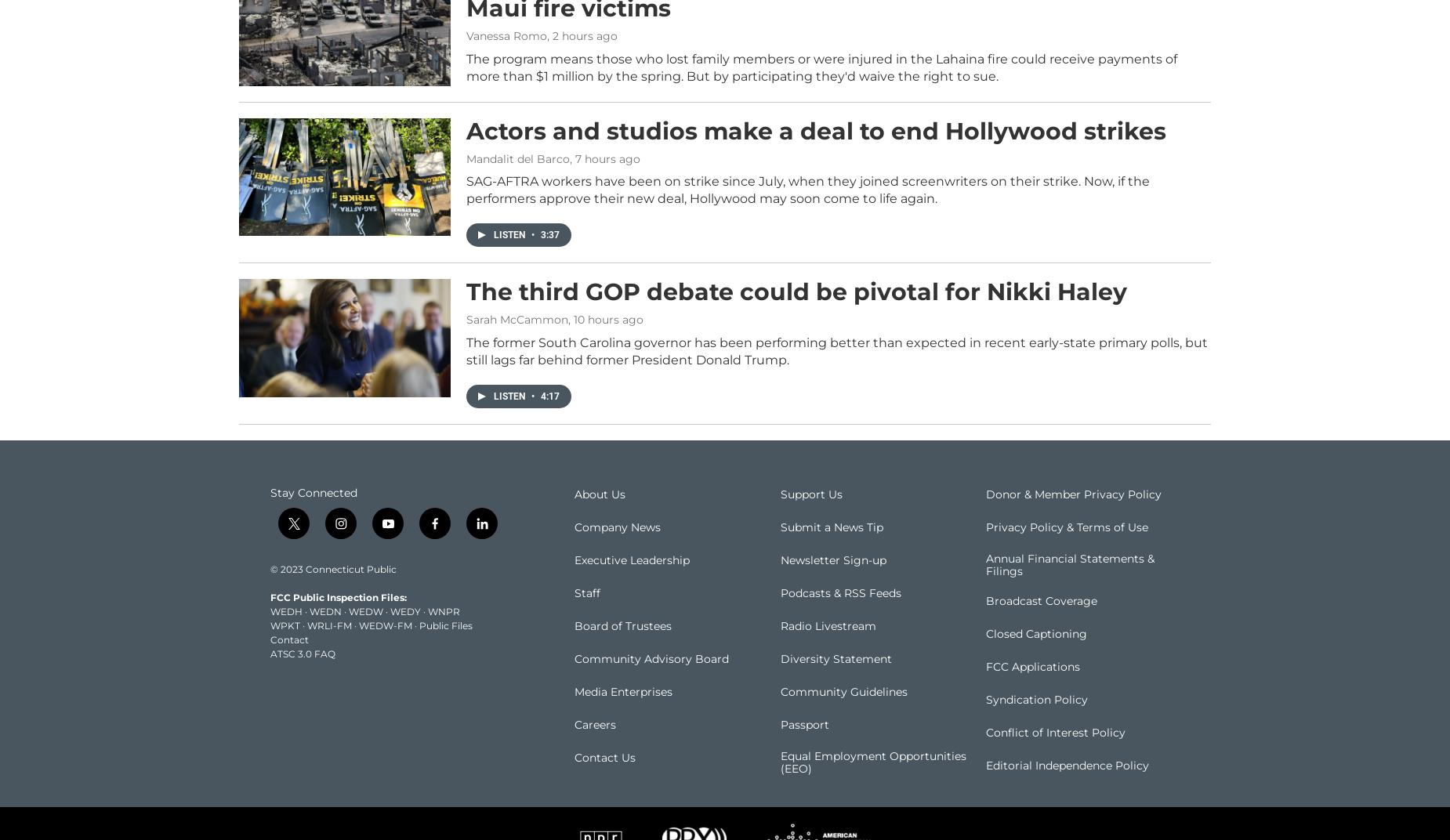 The image size is (1450, 840). I want to click on 'Submit a News Tip', so click(778, 549).